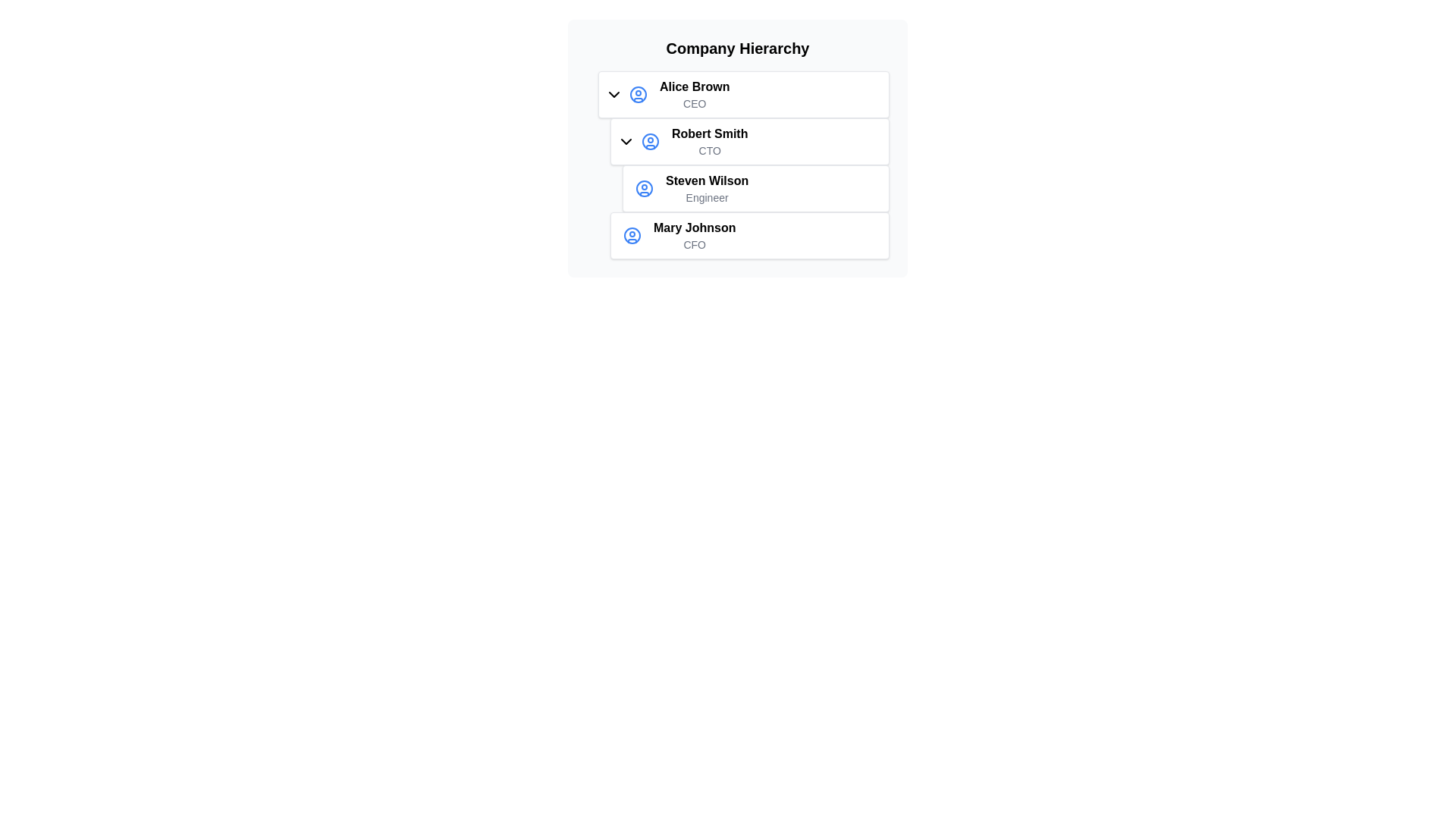 Image resolution: width=1456 pixels, height=819 pixels. What do you see at coordinates (638, 94) in the screenshot?
I see `the SVG-based user icon representing CEO Alice Brown, which is located to the left of the text displaying her name` at bounding box center [638, 94].